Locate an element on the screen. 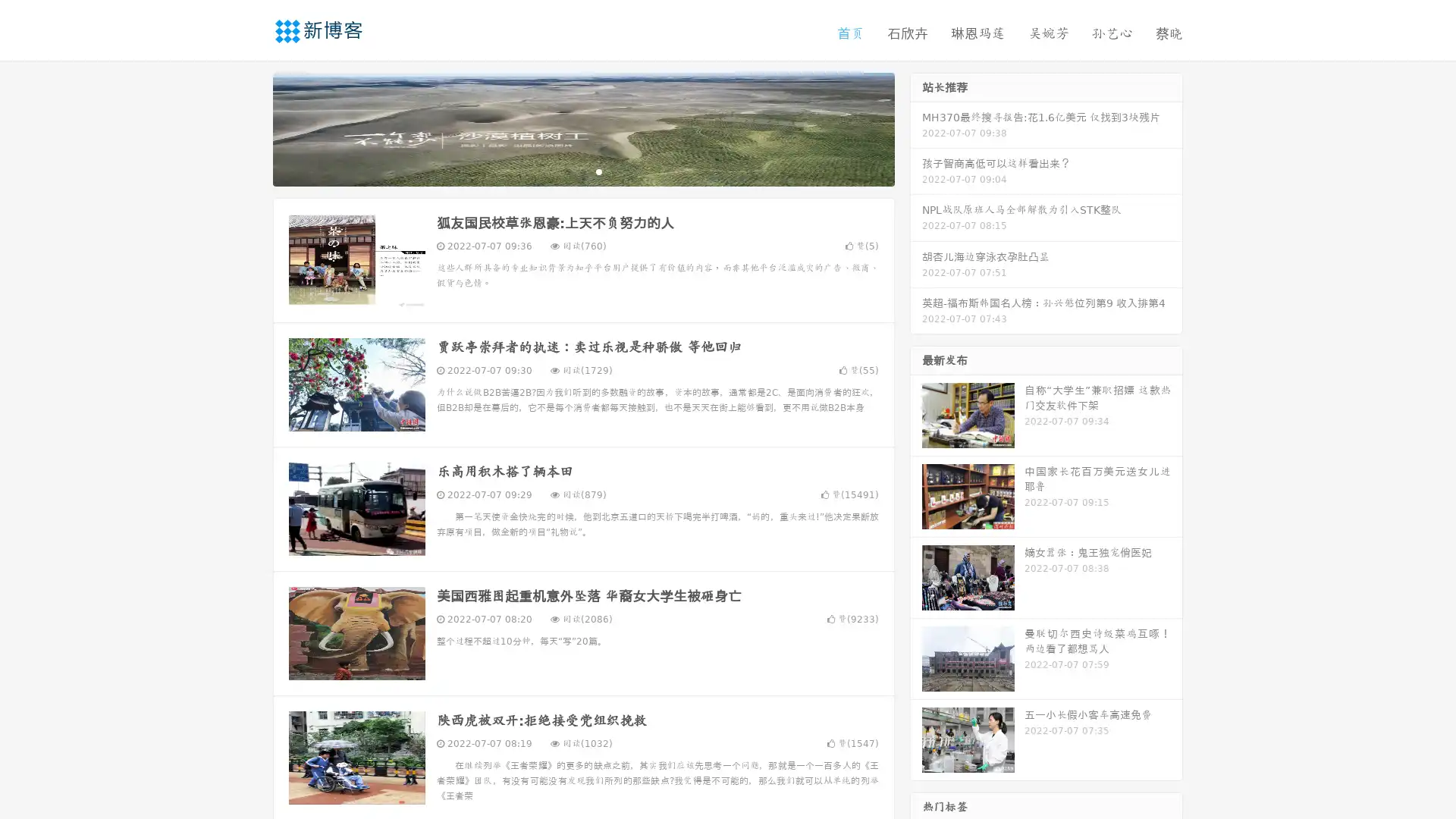 The height and width of the screenshot is (819, 1456). Go to slide 3 is located at coordinates (598, 171).